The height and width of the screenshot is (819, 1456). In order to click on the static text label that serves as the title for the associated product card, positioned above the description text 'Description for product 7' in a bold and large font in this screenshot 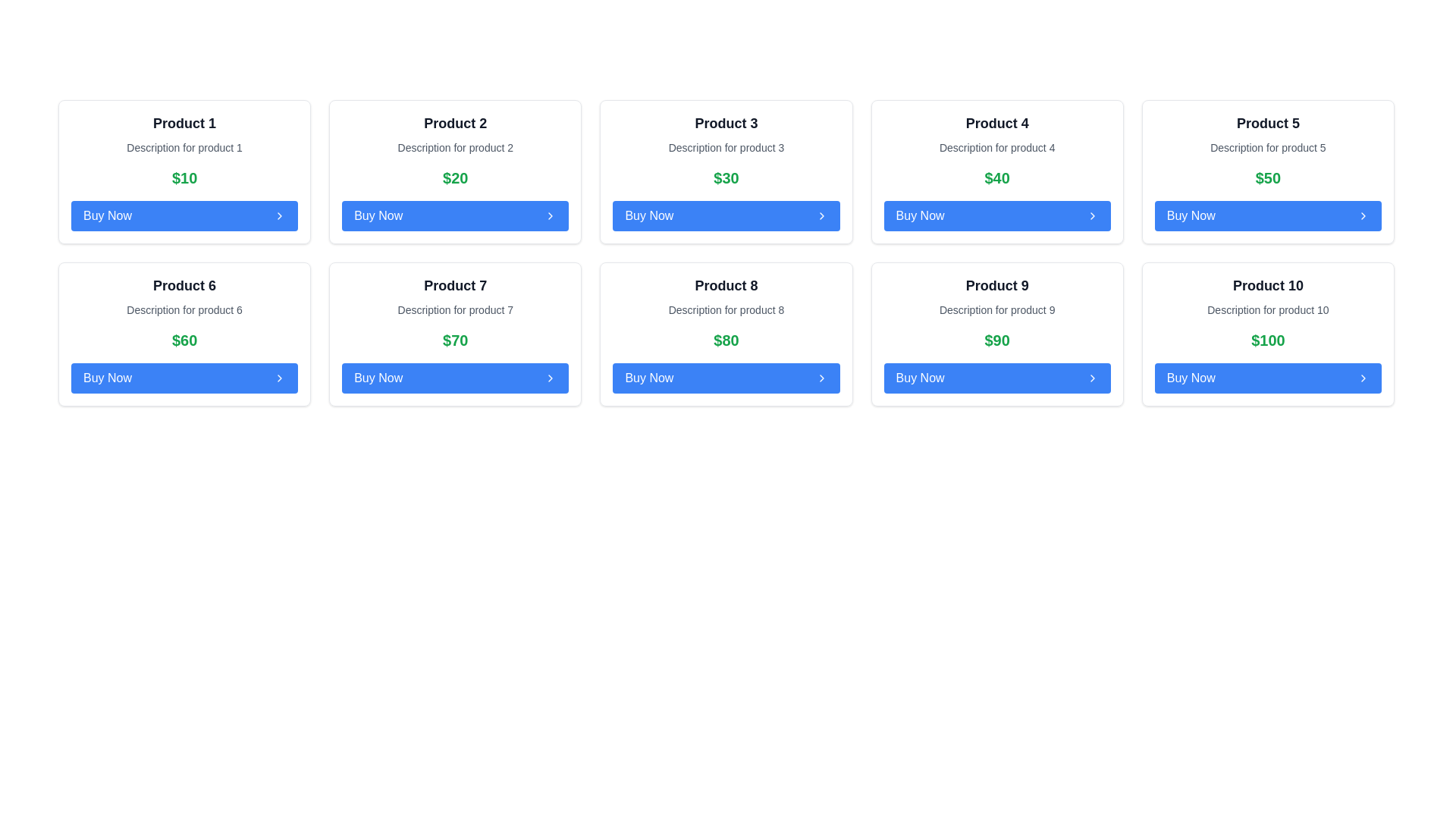, I will do `click(454, 286)`.